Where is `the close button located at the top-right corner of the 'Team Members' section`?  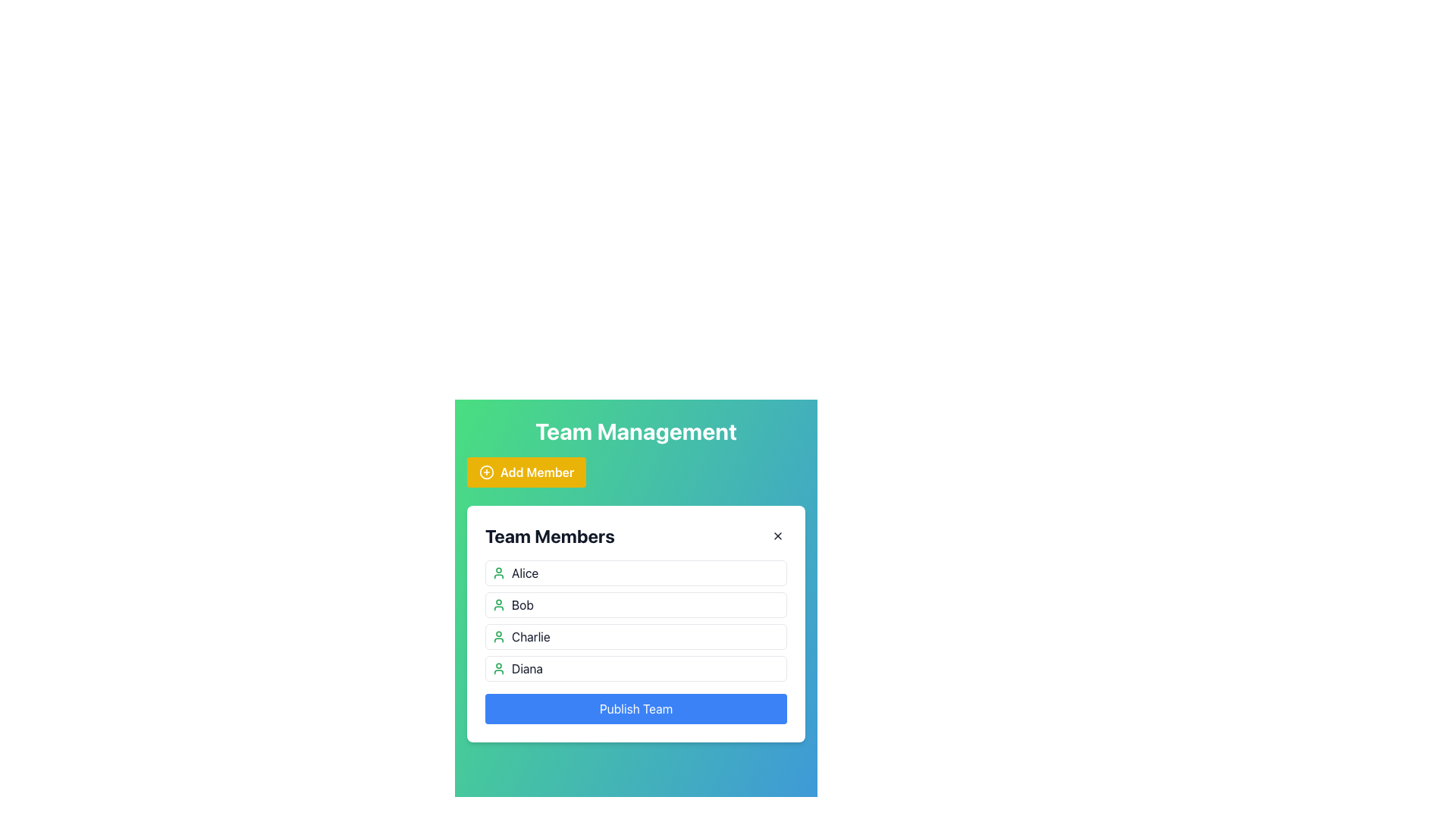 the close button located at the top-right corner of the 'Team Members' section is located at coordinates (778, 535).